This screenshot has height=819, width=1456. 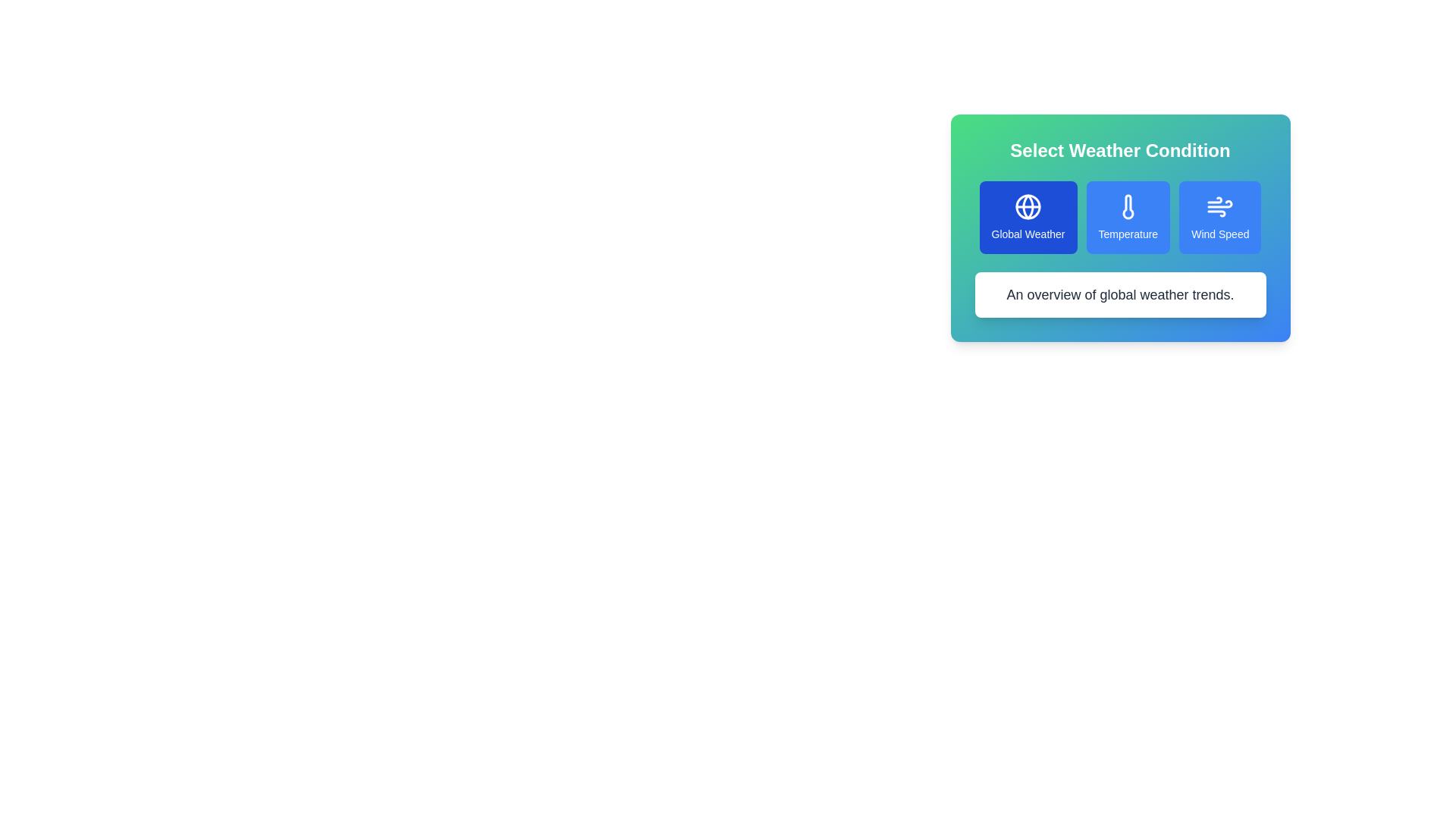 I want to click on the weather condition Wind Speed to view its details, so click(x=1220, y=217).